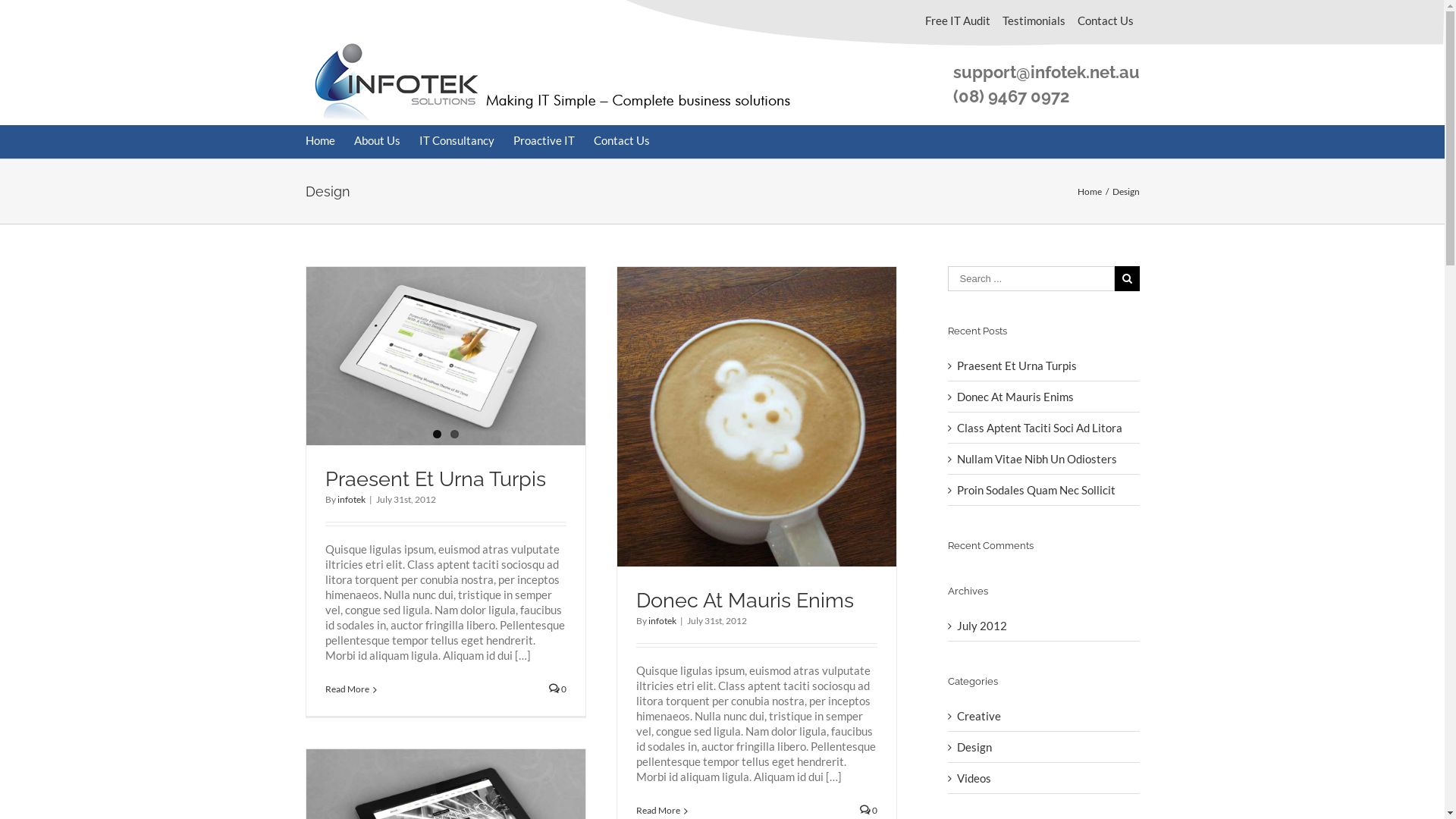 The width and height of the screenshot is (1456, 819). What do you see at coordinates (956, 458) in the screenshot?
I see `'Nullam Vitae Nibh Un Odiosters'` at bounding box center [956, 458].